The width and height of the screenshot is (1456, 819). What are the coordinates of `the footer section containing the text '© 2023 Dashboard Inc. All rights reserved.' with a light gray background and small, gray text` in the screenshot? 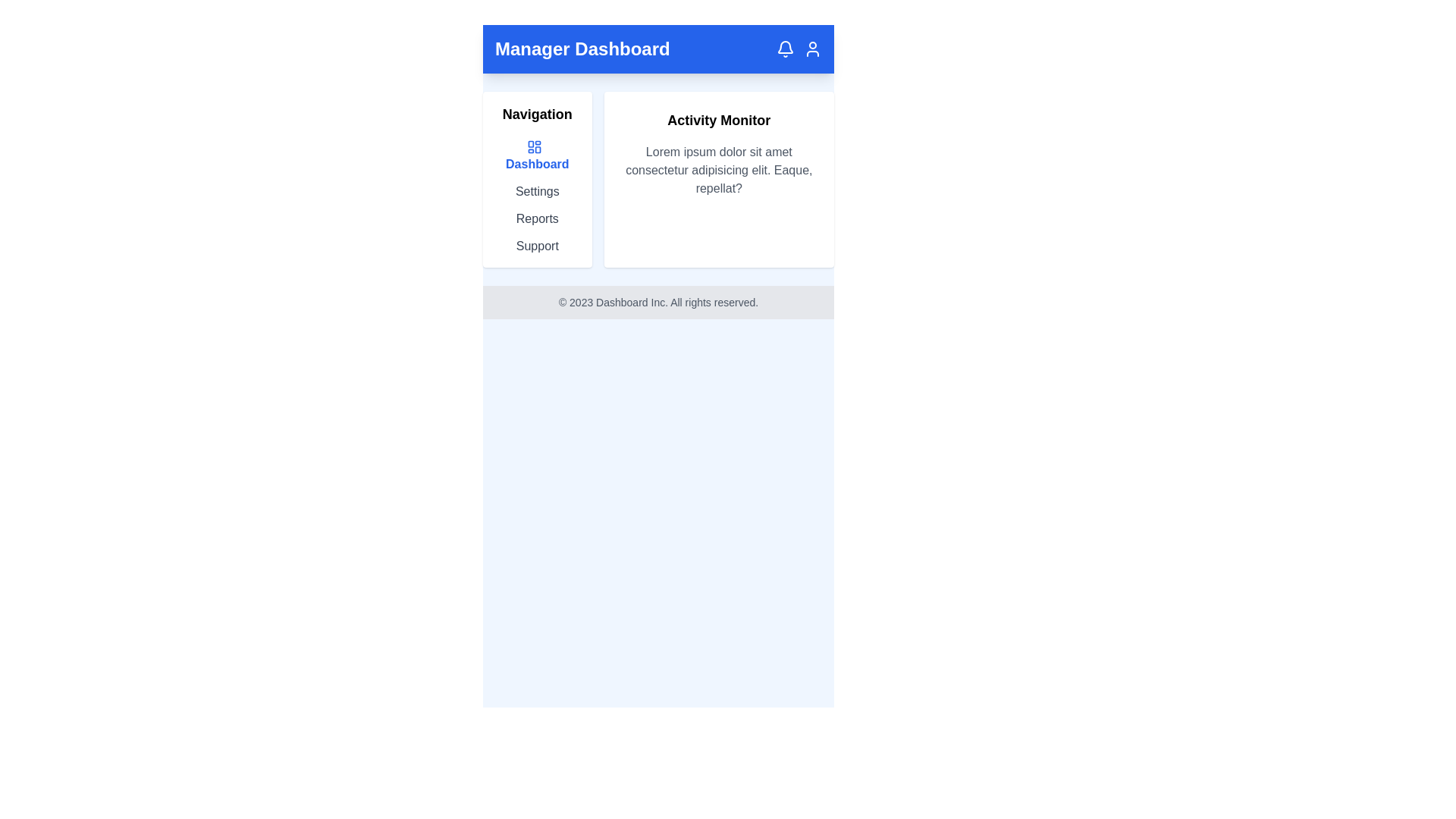 It's located at (658, 302).